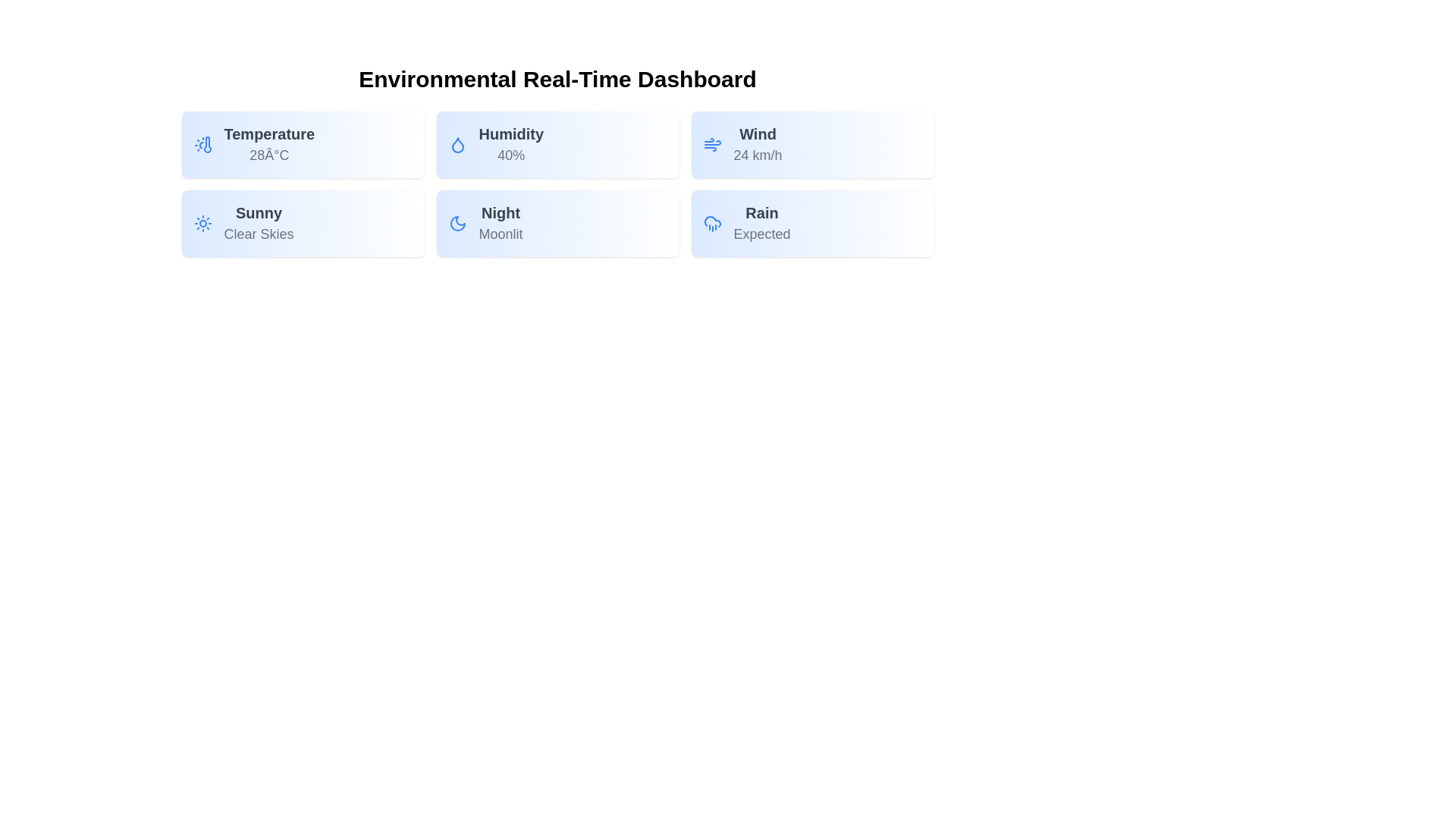 This screenshot has width=1456, height=819. What do you see at coordinates (259, 234) in the screenshot?
I see `descriptive text label located below the 'Sunny' text within the weather tile in the top-left quadrant of the interface` at bounding box center [259, 234].